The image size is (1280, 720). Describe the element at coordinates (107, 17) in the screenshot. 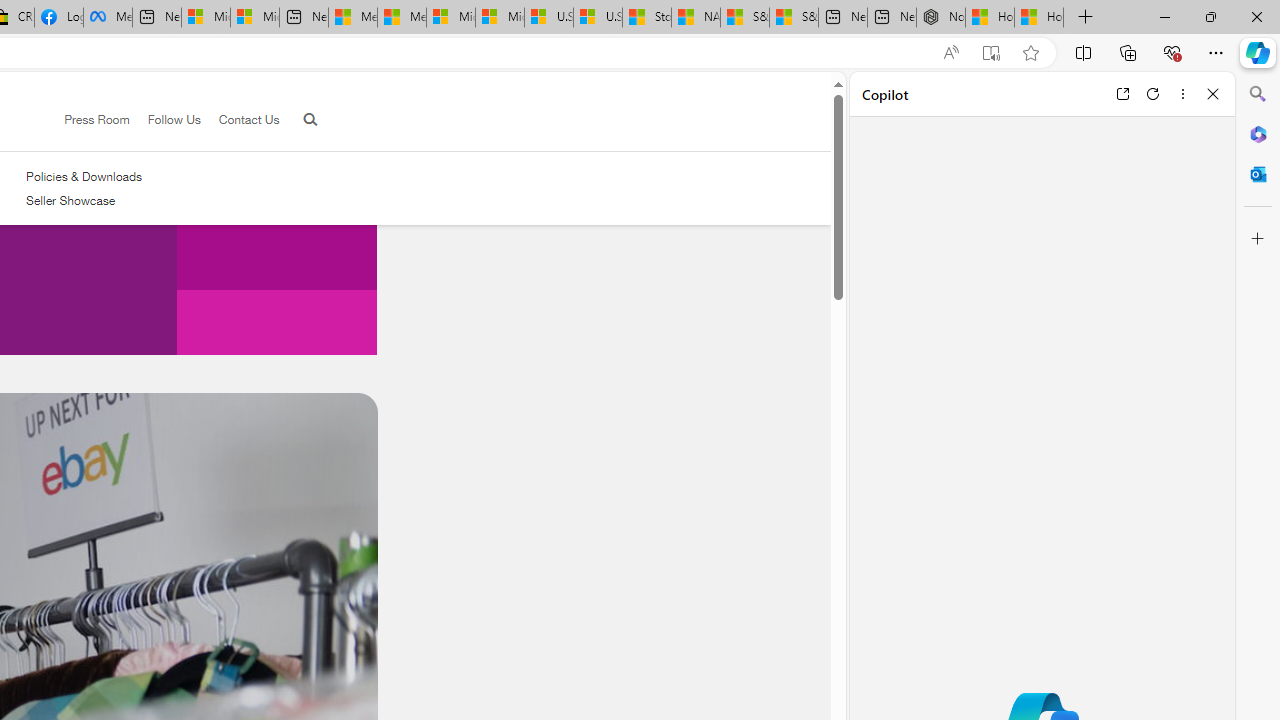

I see `'Meta Store'` at that location.